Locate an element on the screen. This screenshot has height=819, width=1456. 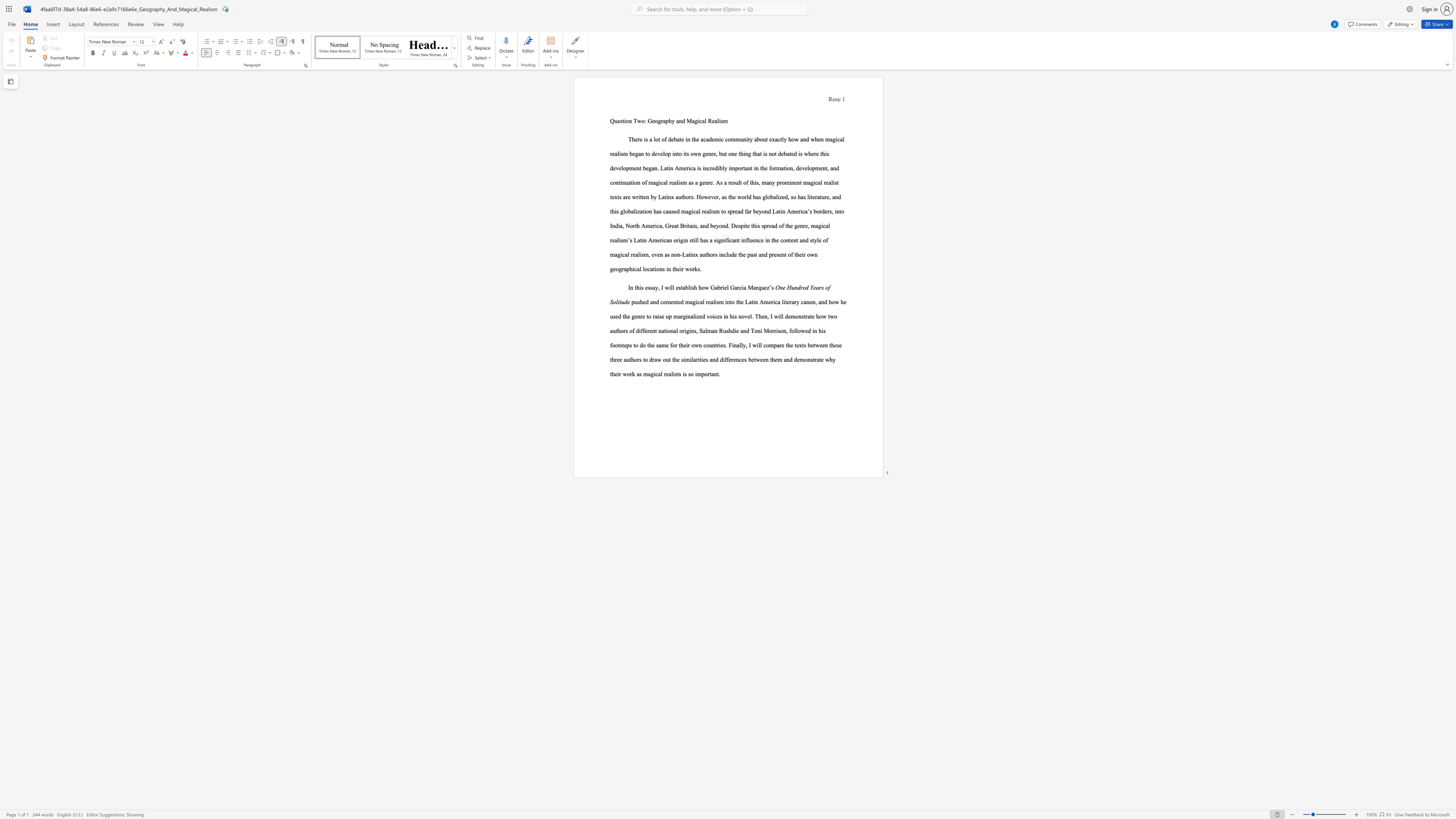
the 2th character "o" in the text is located at coordinates (643, 121).